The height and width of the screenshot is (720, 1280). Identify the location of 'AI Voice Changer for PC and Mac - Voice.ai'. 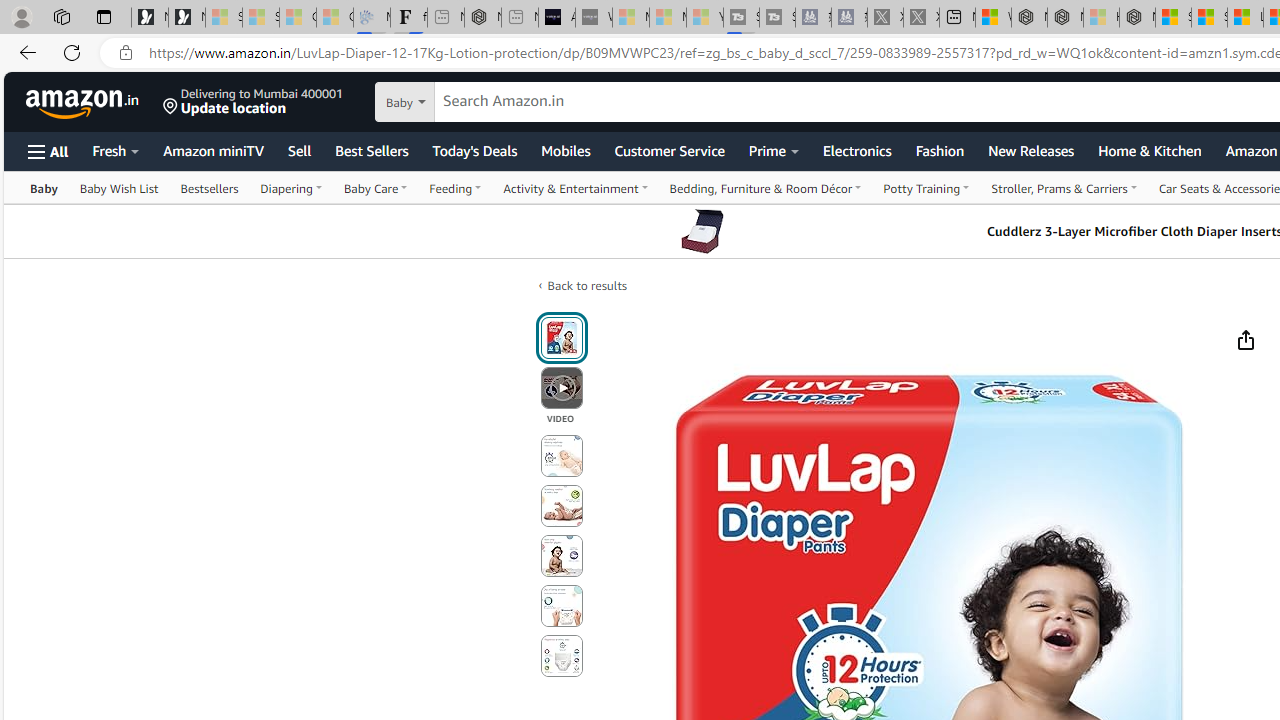
(556, 17).